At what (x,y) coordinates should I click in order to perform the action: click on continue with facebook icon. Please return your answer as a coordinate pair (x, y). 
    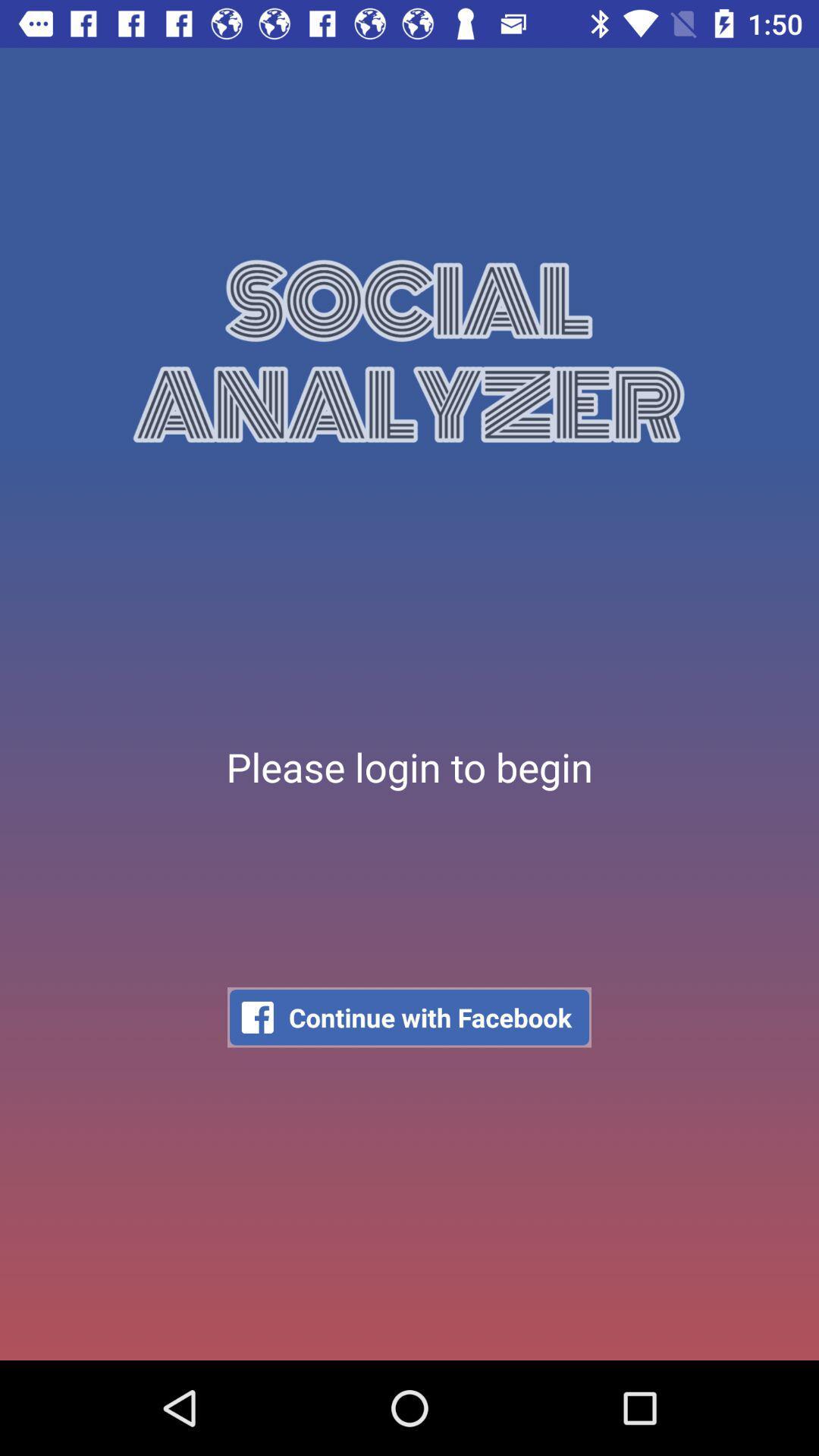
    Looking at the image, I should click on (409, 1017).